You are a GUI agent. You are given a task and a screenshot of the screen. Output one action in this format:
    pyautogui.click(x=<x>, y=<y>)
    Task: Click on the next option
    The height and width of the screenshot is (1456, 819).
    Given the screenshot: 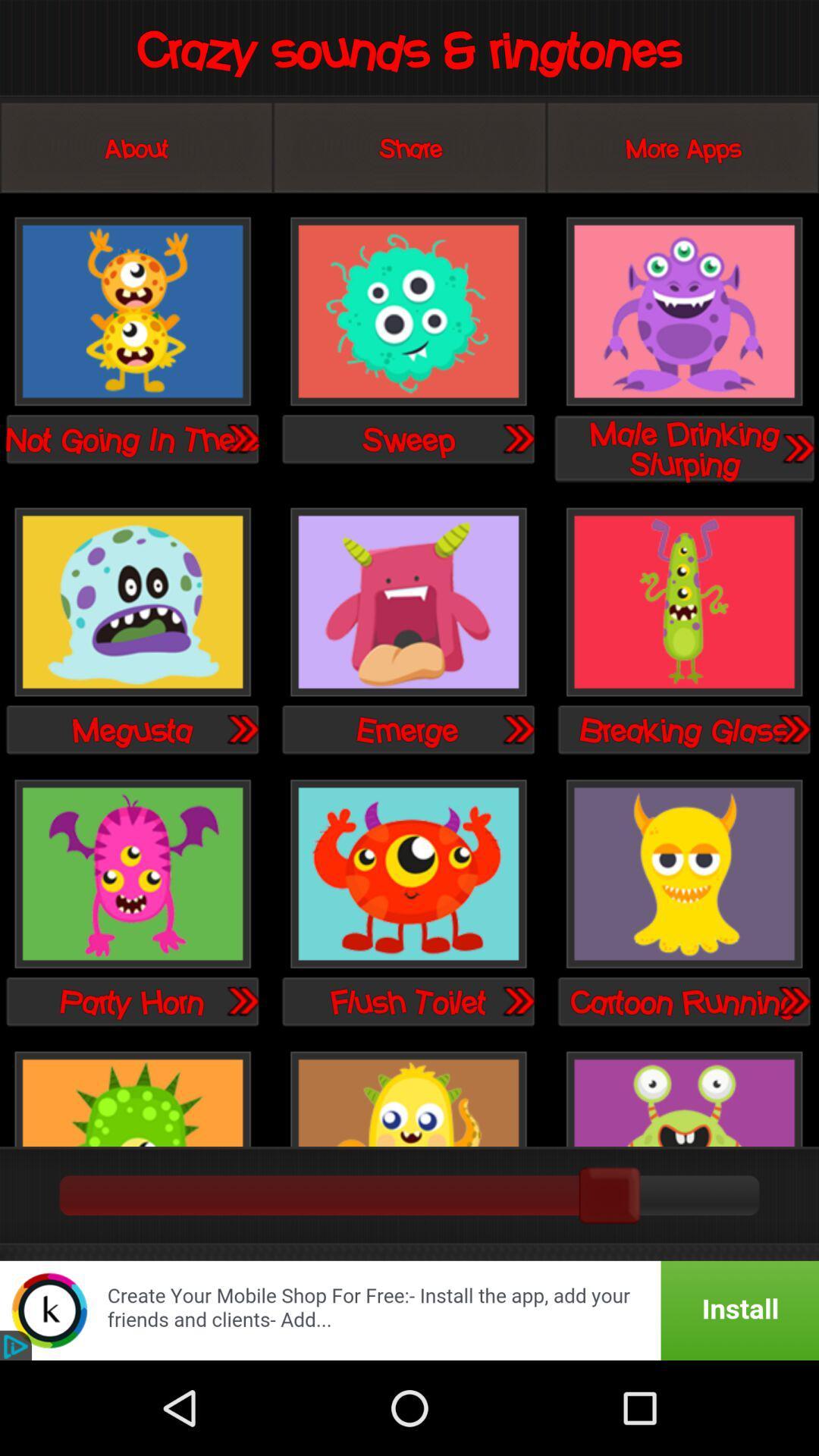 What is the action you would take?
    pyautogui.click(x=797, y=447)
    